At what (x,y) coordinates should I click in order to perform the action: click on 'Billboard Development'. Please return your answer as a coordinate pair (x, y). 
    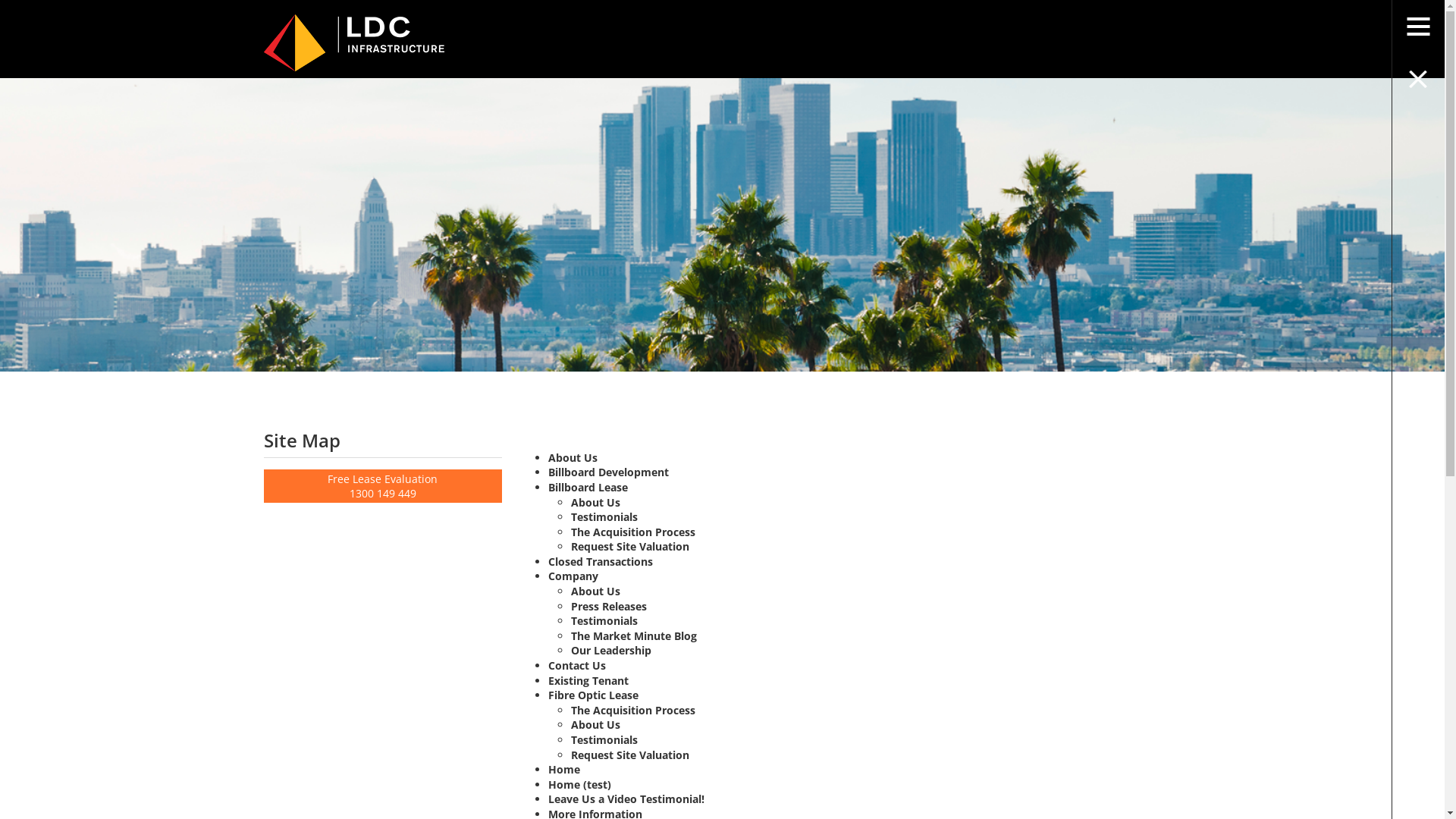
    Looking at the image, I should click on (608, 471).